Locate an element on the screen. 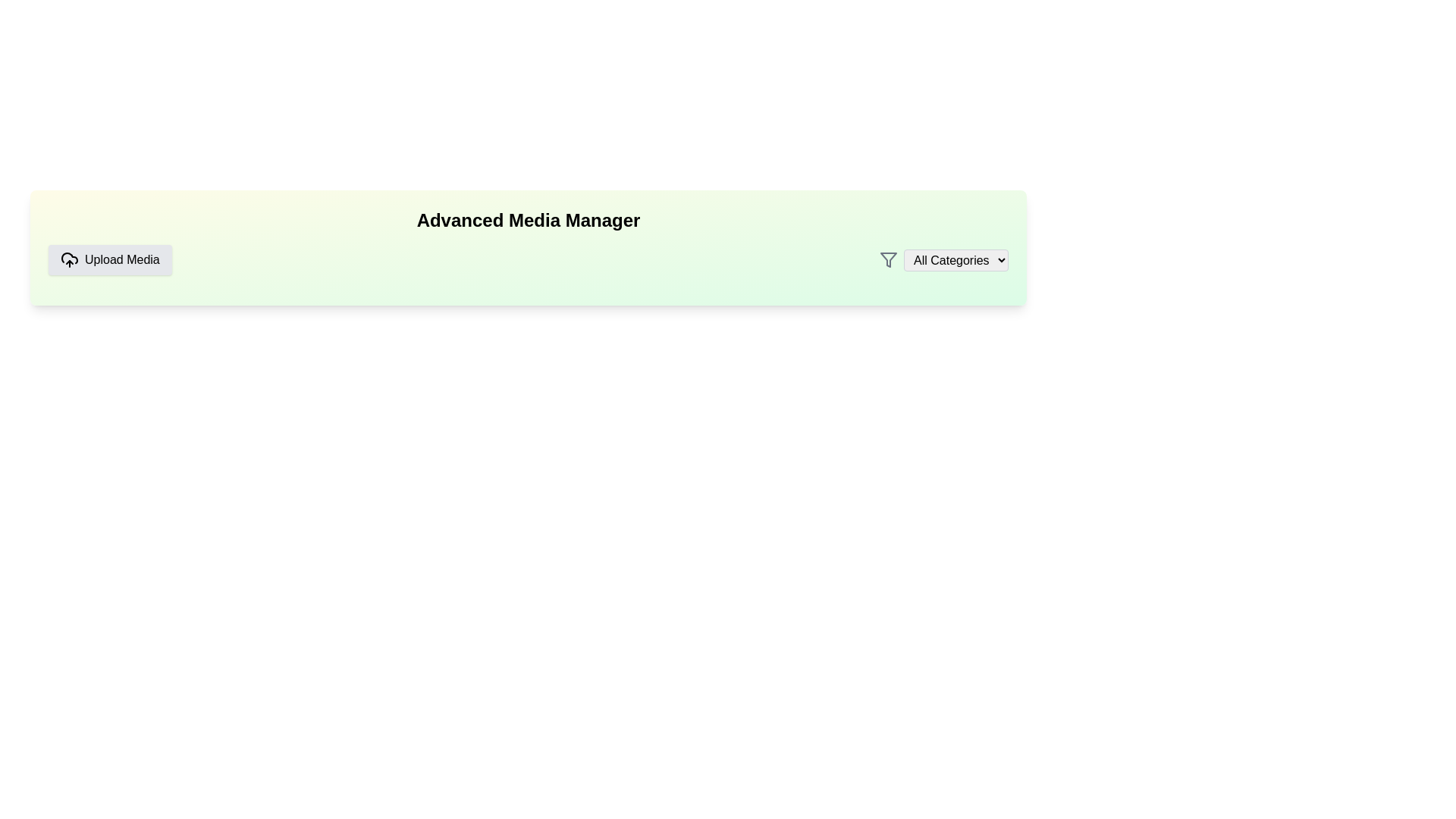 The height and width of the screenshot is (819, 1456). the cloud icon with an upward arrow located to the left of the 'Upload Media' button is located at coordinates (68, 259).